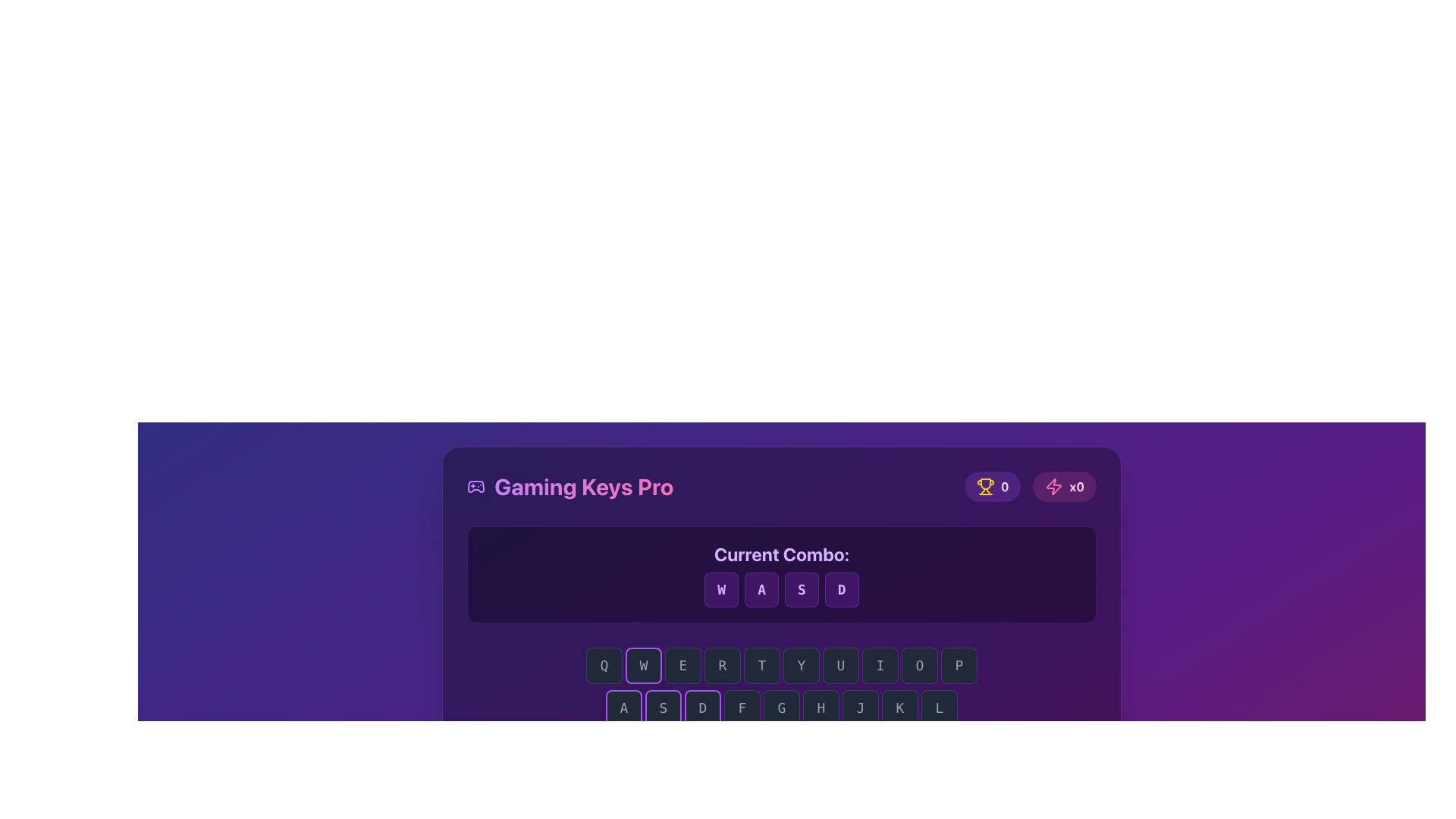 The width and height of the screenshot is (1456, 819). Describe the element at coordinates (682, 665) in the screenshot. I see `the 'E' key on the virtual keyboard, which is the third button in the series of 'QWERTYUIOP' and positioned below the 'Current Combo' section` at that location.